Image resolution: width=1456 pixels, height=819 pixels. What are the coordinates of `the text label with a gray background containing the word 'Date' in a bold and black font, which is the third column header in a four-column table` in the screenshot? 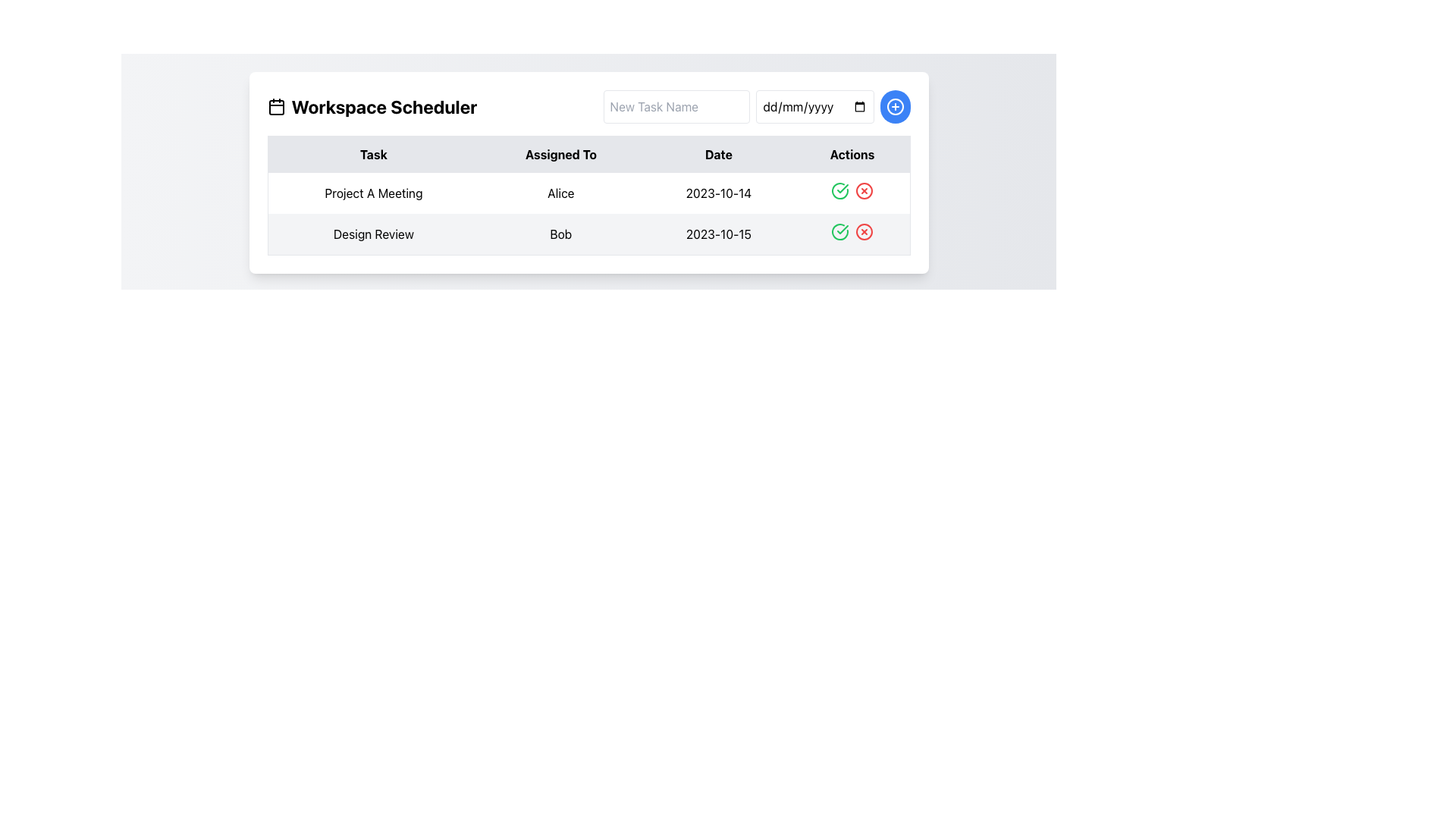 It's located at (717, 154).